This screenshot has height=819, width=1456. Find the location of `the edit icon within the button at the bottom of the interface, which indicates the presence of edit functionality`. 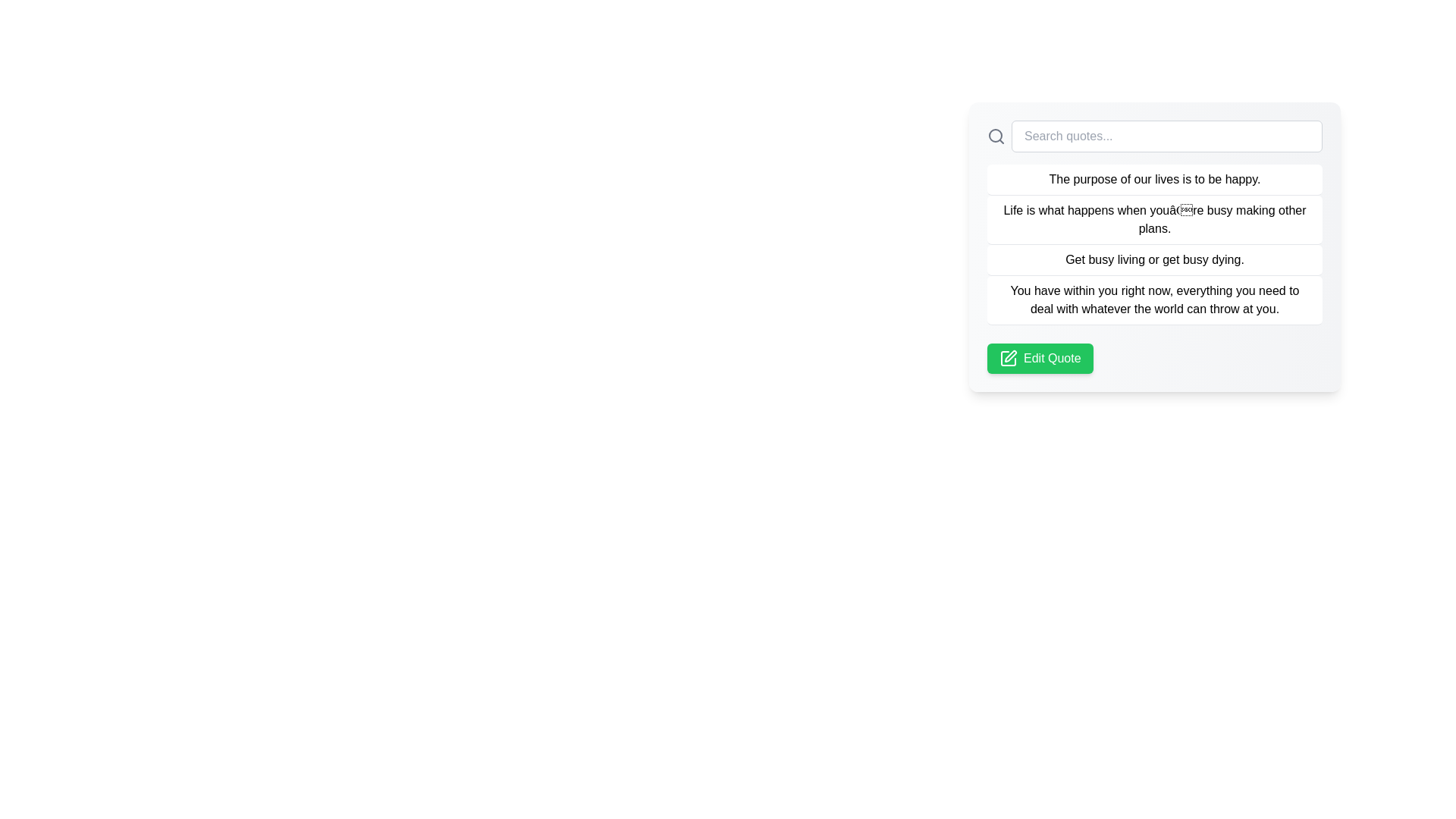

the edit icon within the button at the bottom of the interface, which indicates the presence of edit functionality is located at coordinates (1008, 359).